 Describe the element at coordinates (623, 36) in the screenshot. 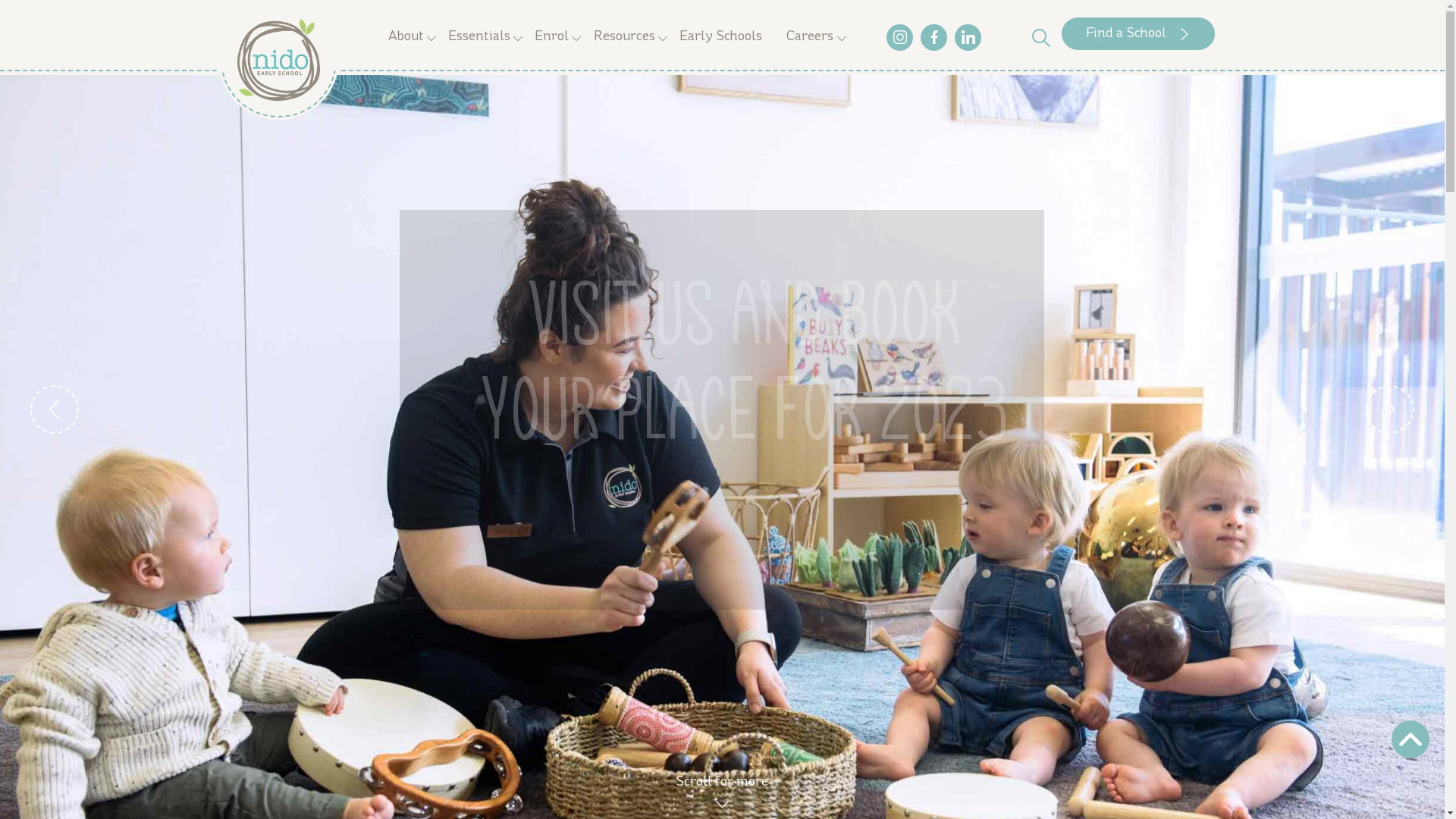

I see `'Resources'` at that location.